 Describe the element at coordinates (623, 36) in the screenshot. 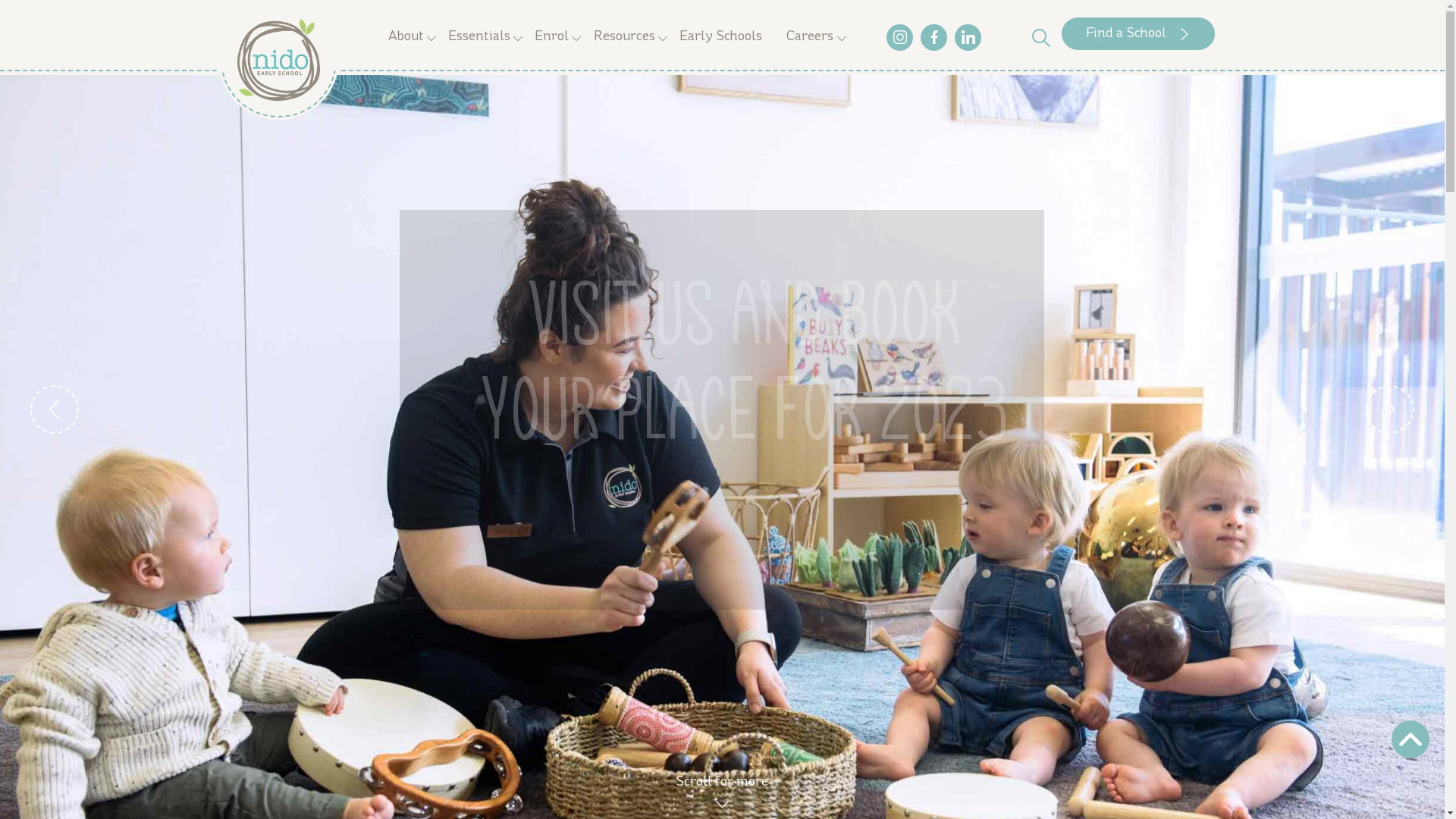

I see `'Resources'` at that location.